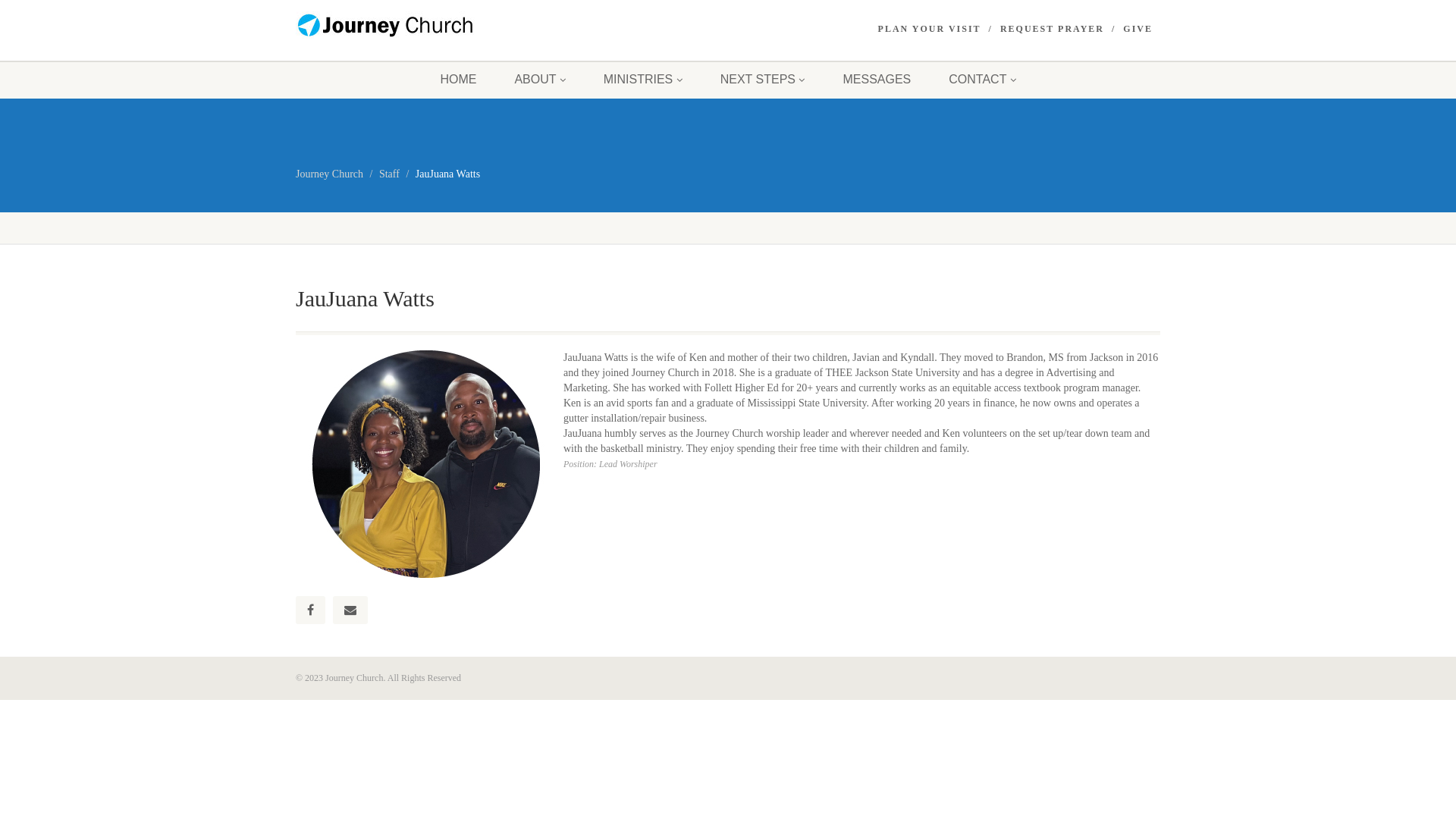 This screenshot has height=819, width=1456. Describe the element at coordinates (763, 79) in the screenshot. I see `'NEXT STEPS'` at that location.